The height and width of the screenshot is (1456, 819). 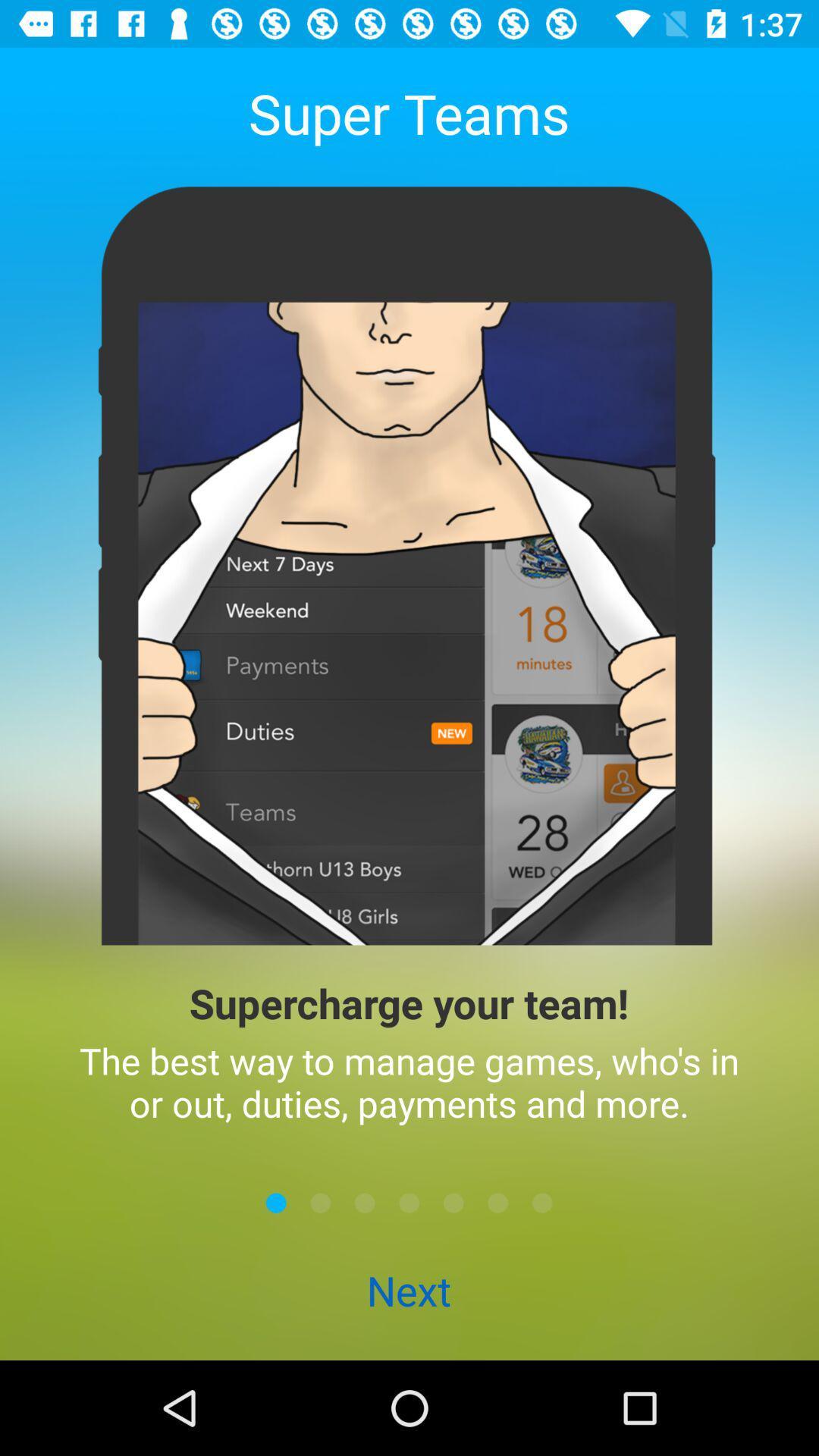 What do you see at coordinates (497, 1202) in the screenshot?
I see `6th button` at bounding box center [497, 1202].